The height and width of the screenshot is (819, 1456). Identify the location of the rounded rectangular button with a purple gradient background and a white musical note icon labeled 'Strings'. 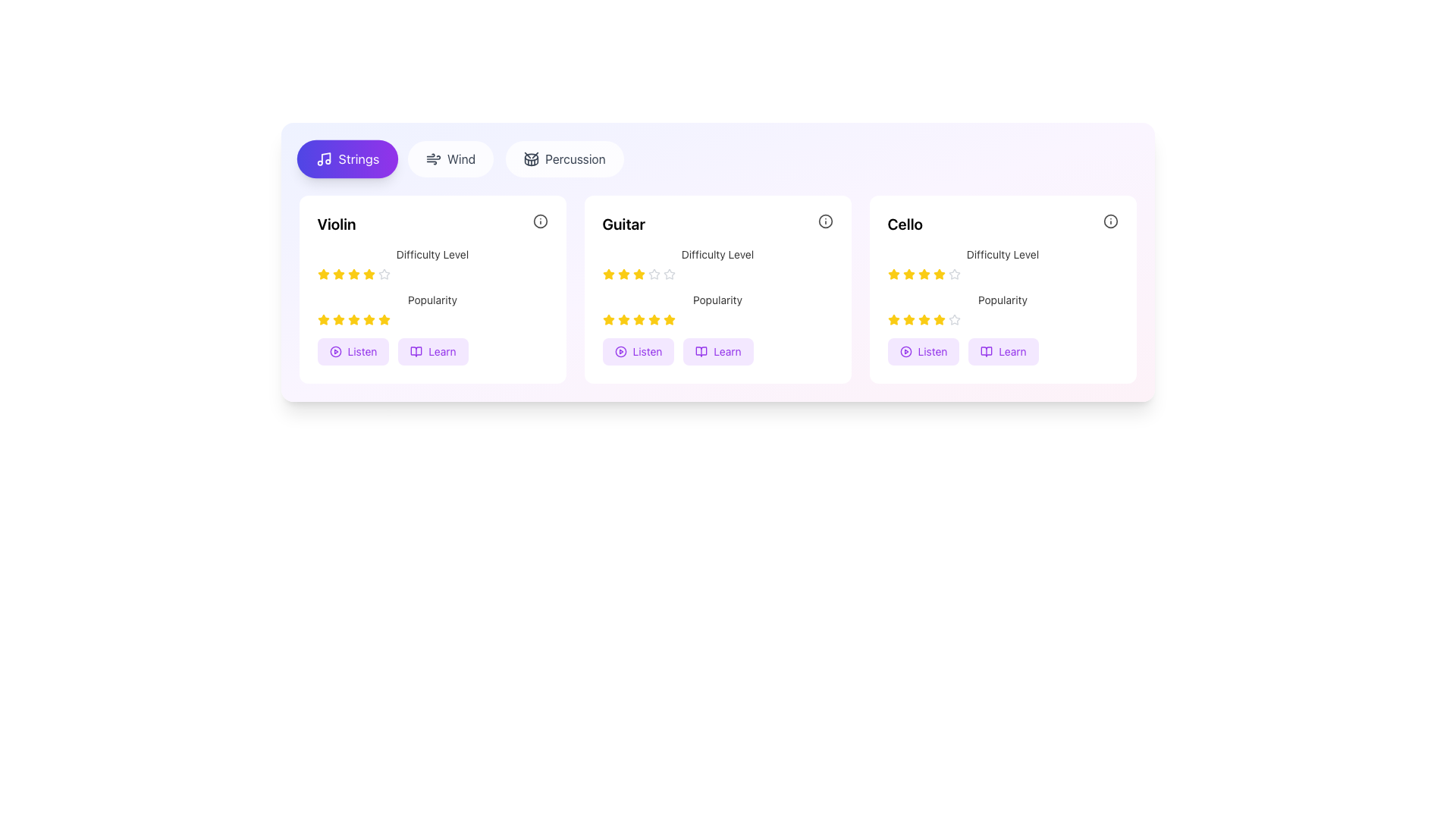
(346, 158).